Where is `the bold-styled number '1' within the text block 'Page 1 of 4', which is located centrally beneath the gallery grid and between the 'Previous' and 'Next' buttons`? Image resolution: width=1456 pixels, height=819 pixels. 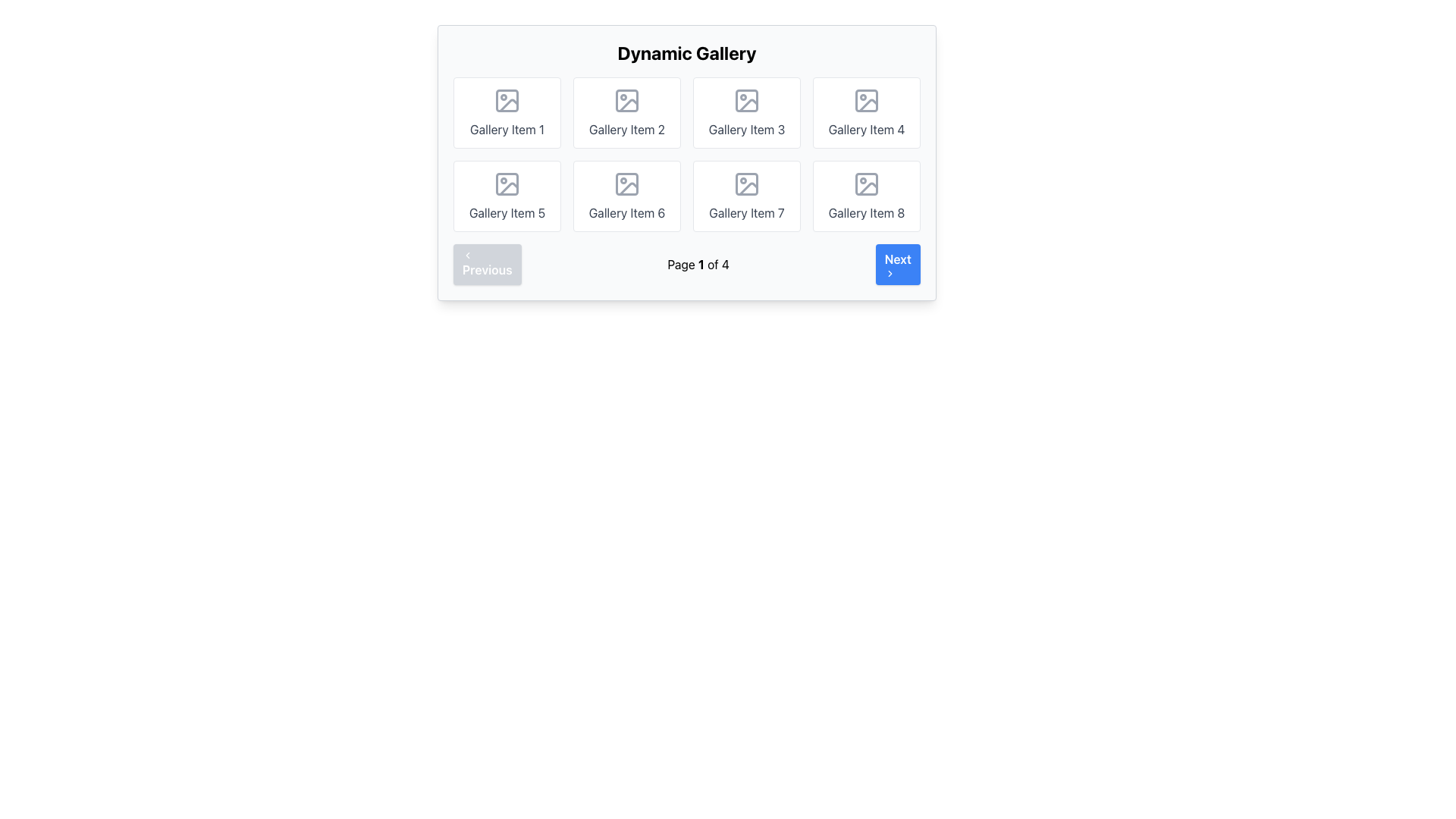 the bold-styled number '1' within the text block 'Page 1 of 4', which is located centrally beneath the gallery grid and between the 'Previous' and 'Next' buttons is located at coordinates (700, 263).